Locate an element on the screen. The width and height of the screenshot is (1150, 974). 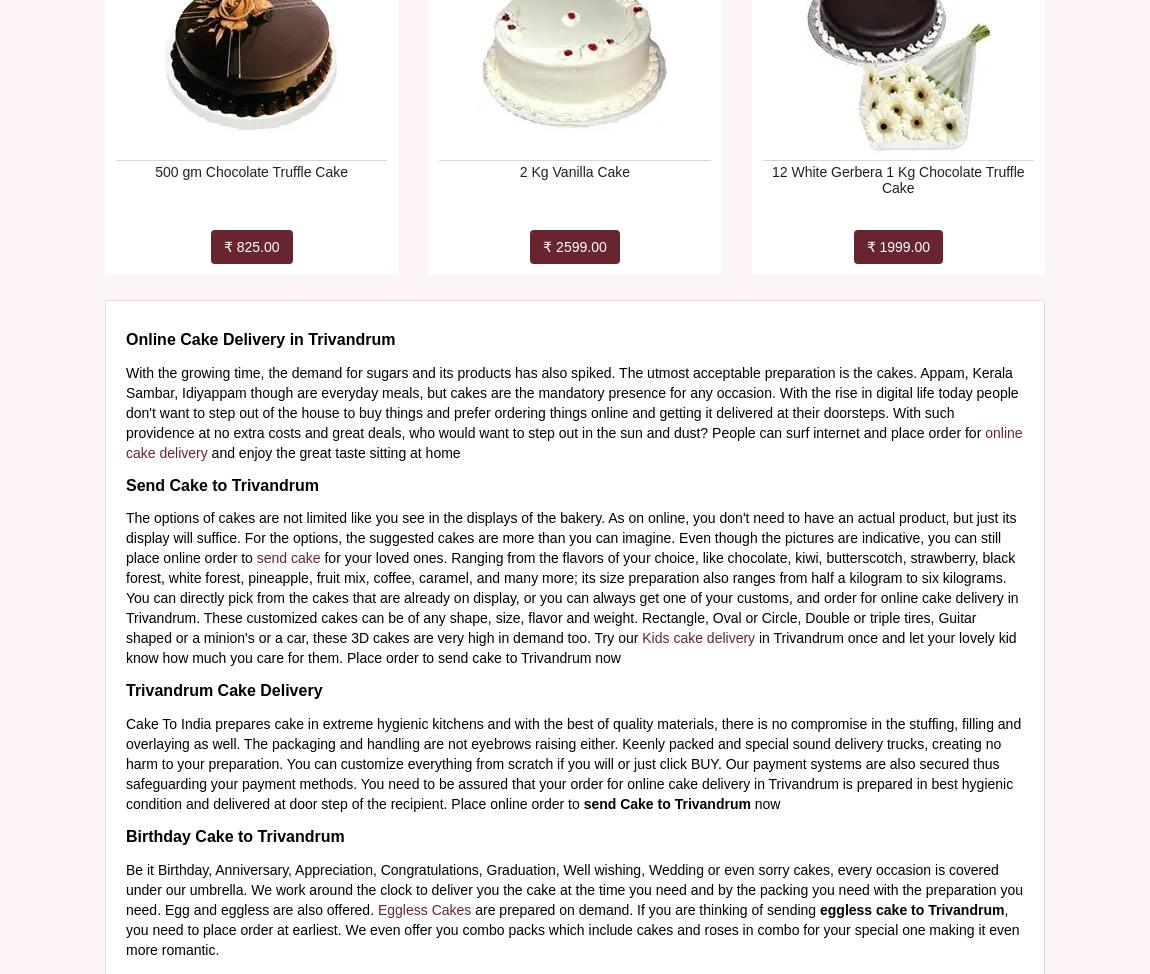
'now' is located at coordinates (763, 801).